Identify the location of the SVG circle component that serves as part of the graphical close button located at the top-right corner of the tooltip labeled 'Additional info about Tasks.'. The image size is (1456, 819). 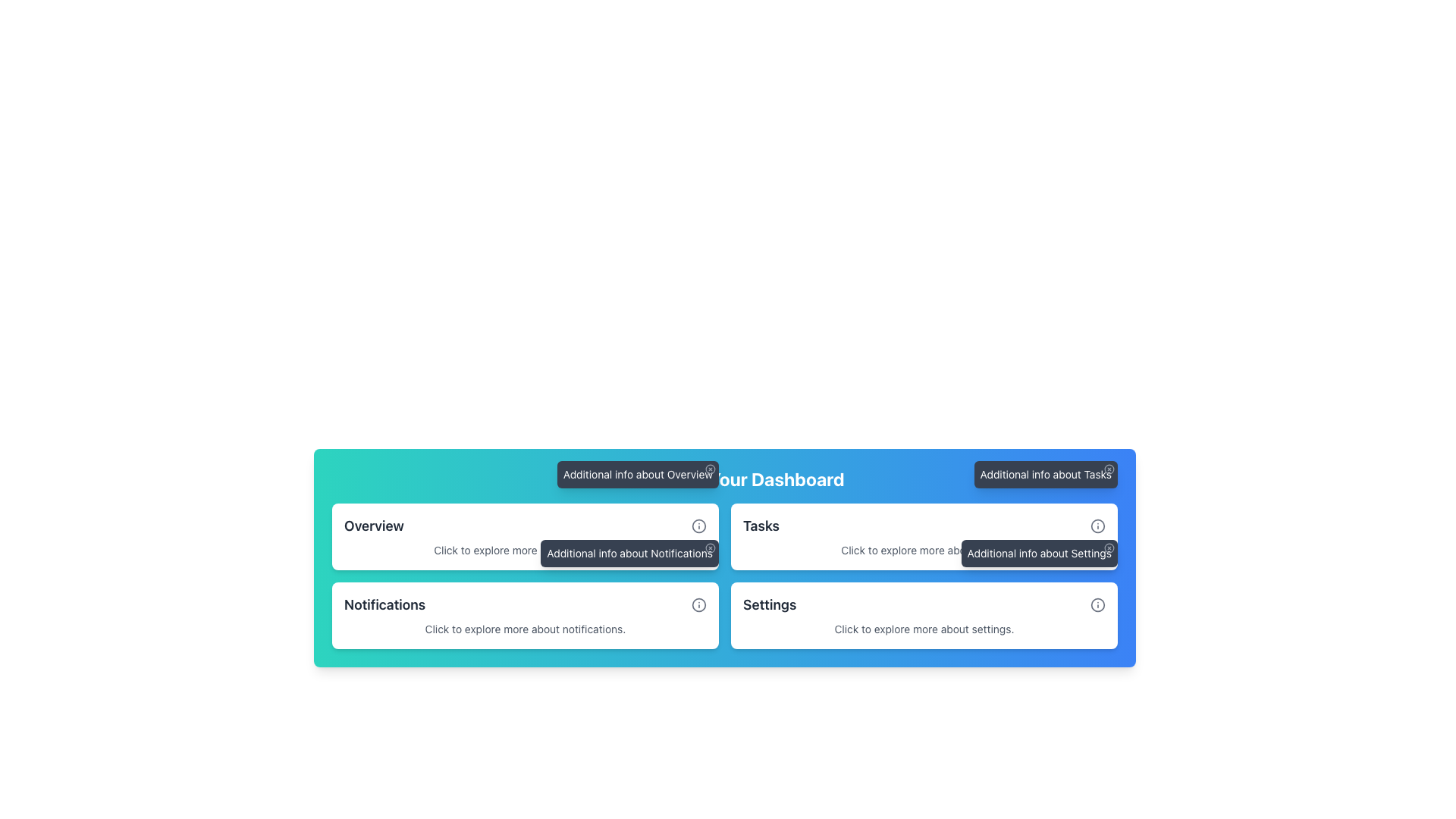
(1109, 468).